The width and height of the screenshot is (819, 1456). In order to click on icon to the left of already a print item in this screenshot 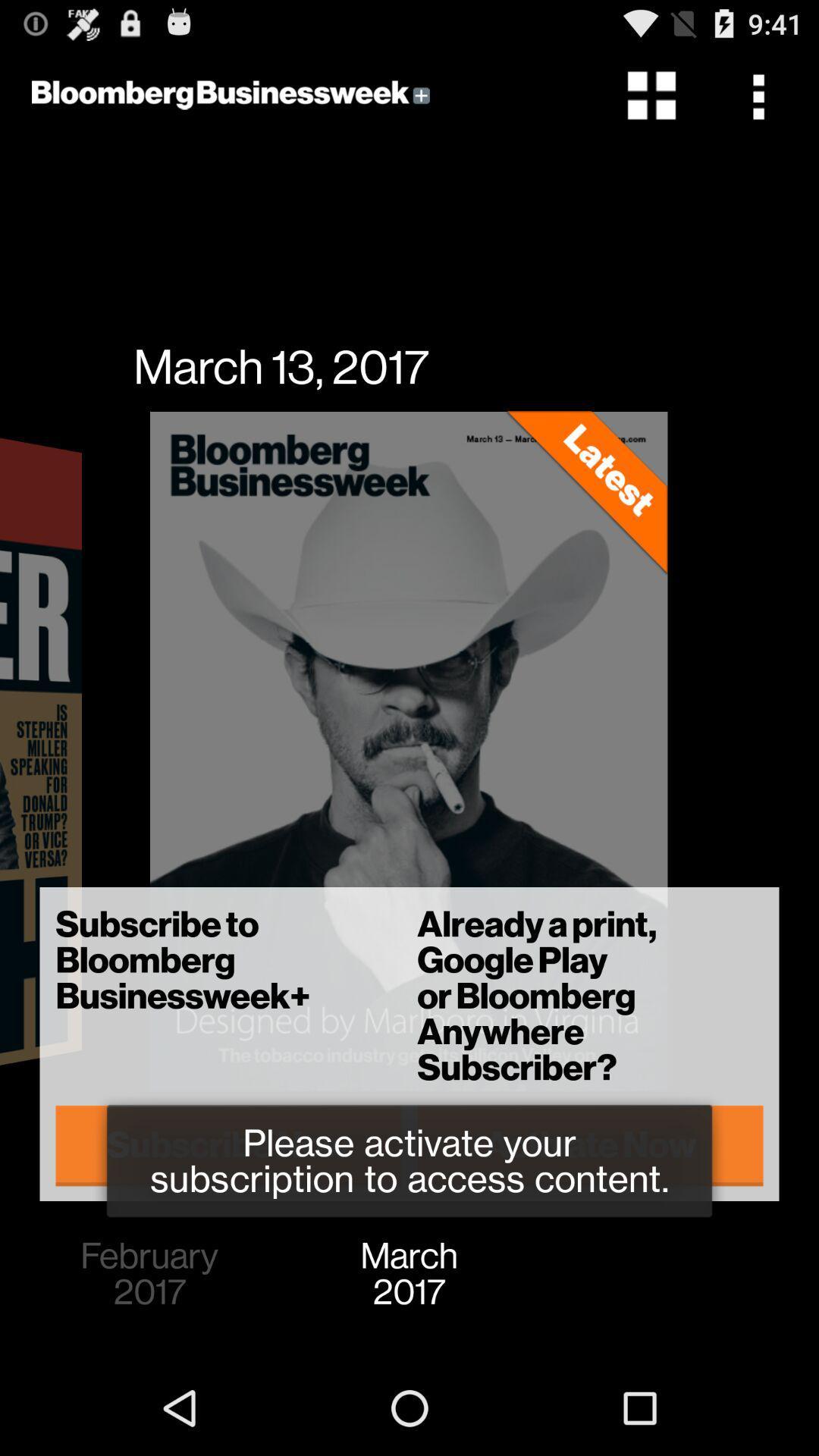, I will do `click(228, 1145)`.